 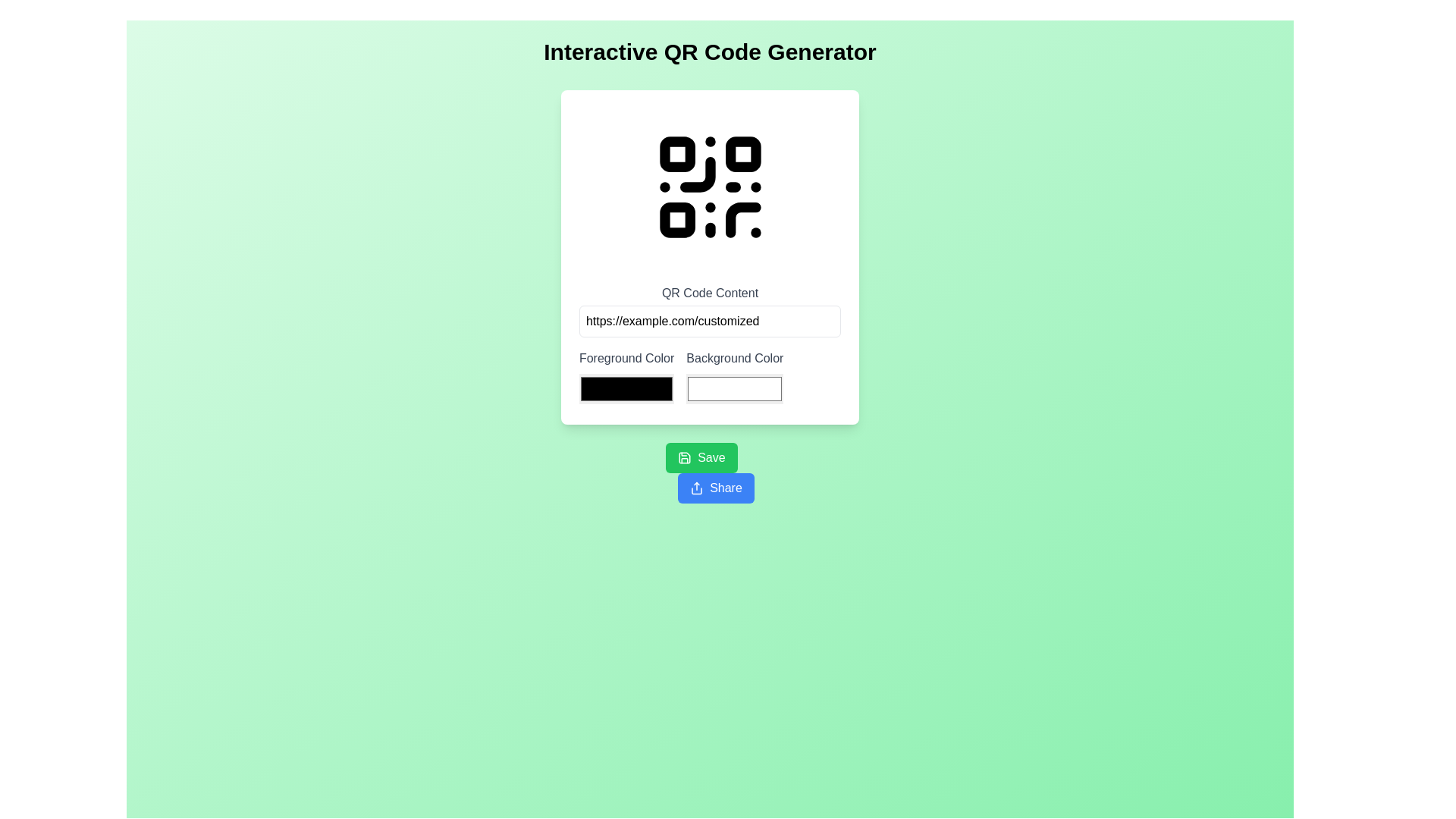 I want to click on the small circular shape that is part of the QR code, located centrally in the application interface, specifically toward the upper-left of the central grid, so click(x=696, y=174).